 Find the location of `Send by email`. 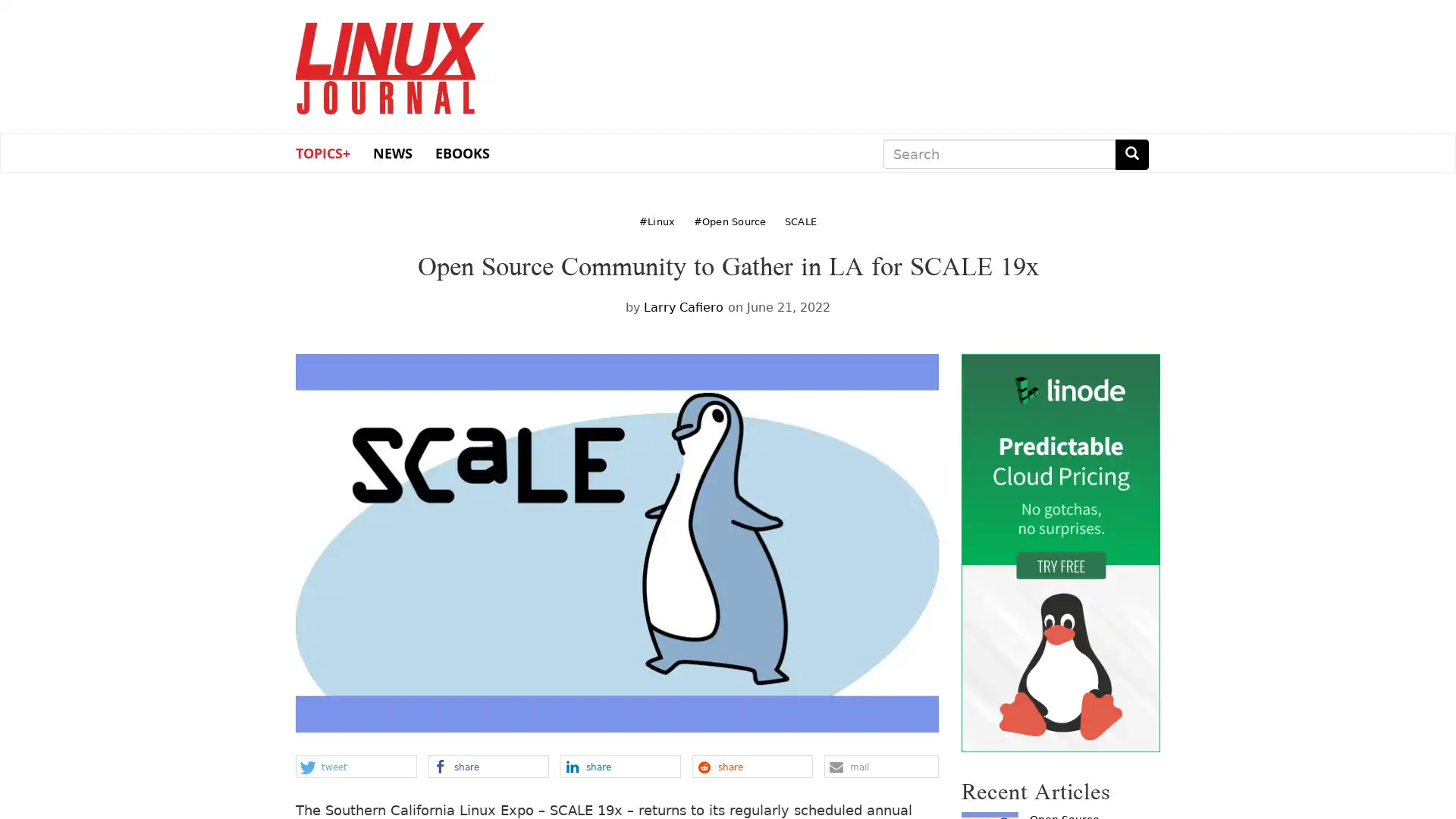

Send by email is located at coordinates (880, 766).